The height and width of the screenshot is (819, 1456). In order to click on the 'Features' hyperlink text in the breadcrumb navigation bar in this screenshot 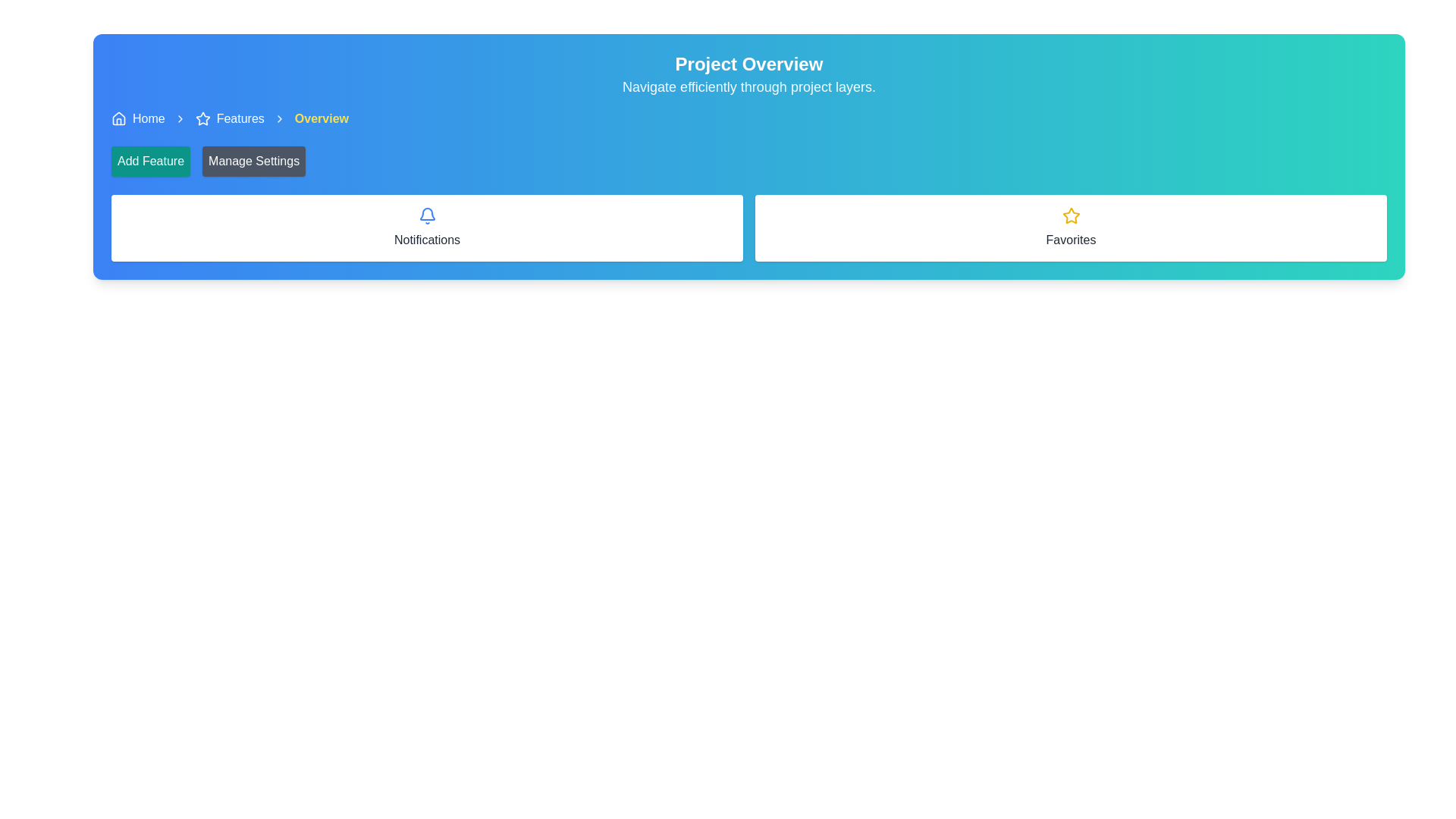, I will do `click(239, 118)`.